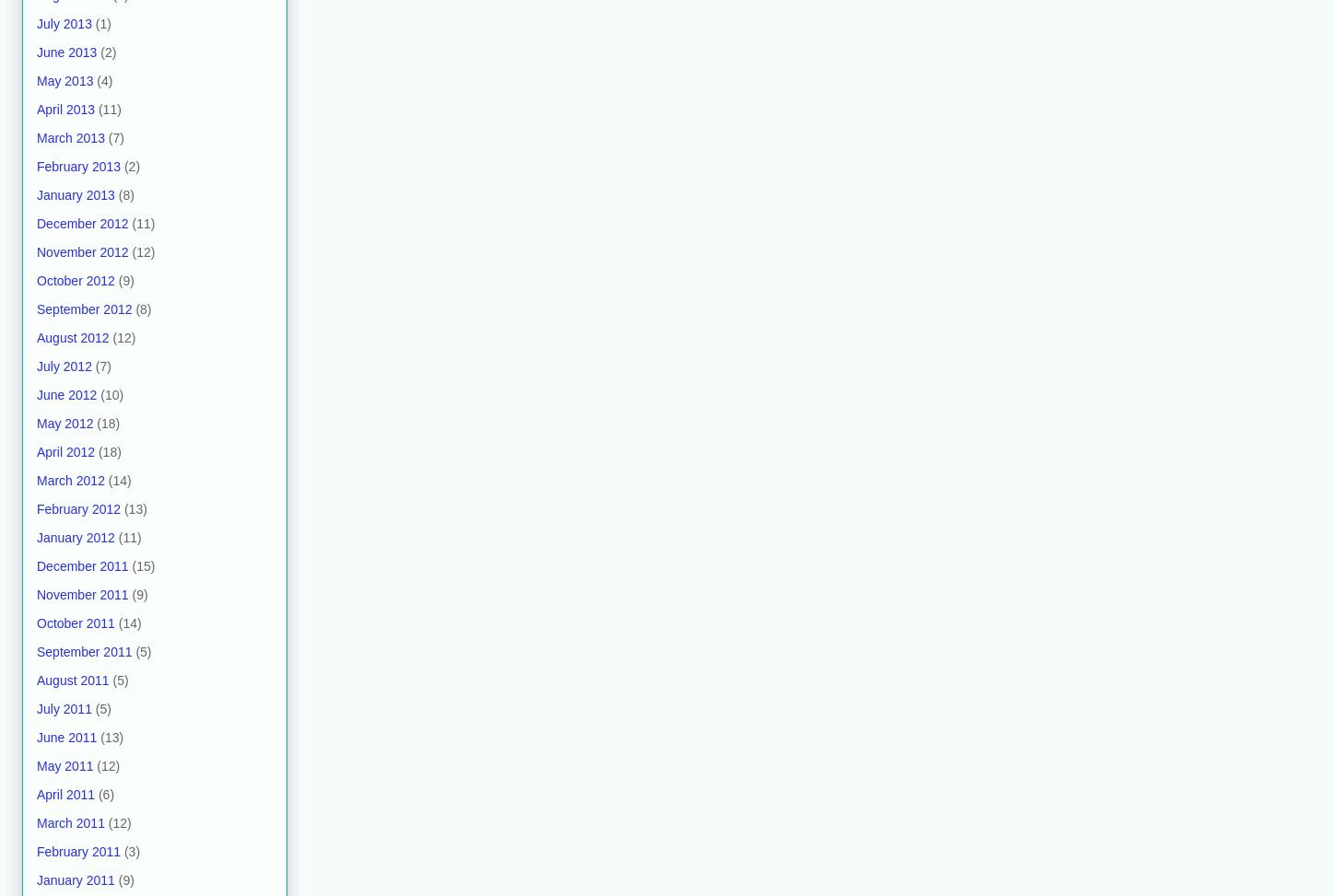  I want to click on 'March 2011', so click(36, 822).